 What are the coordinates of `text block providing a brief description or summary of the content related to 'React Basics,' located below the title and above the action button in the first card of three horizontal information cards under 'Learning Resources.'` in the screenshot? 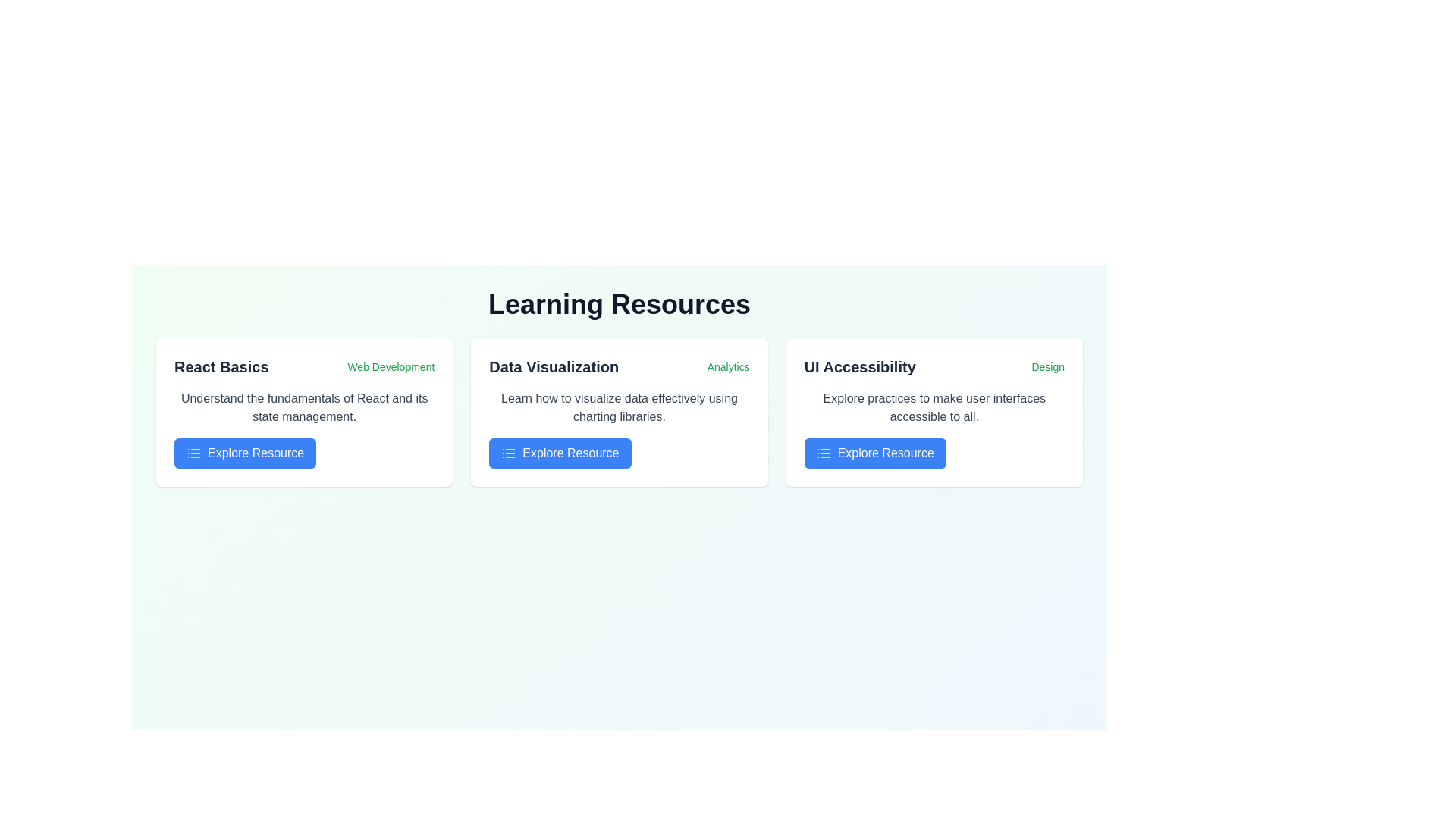 It's located at (303, 406).